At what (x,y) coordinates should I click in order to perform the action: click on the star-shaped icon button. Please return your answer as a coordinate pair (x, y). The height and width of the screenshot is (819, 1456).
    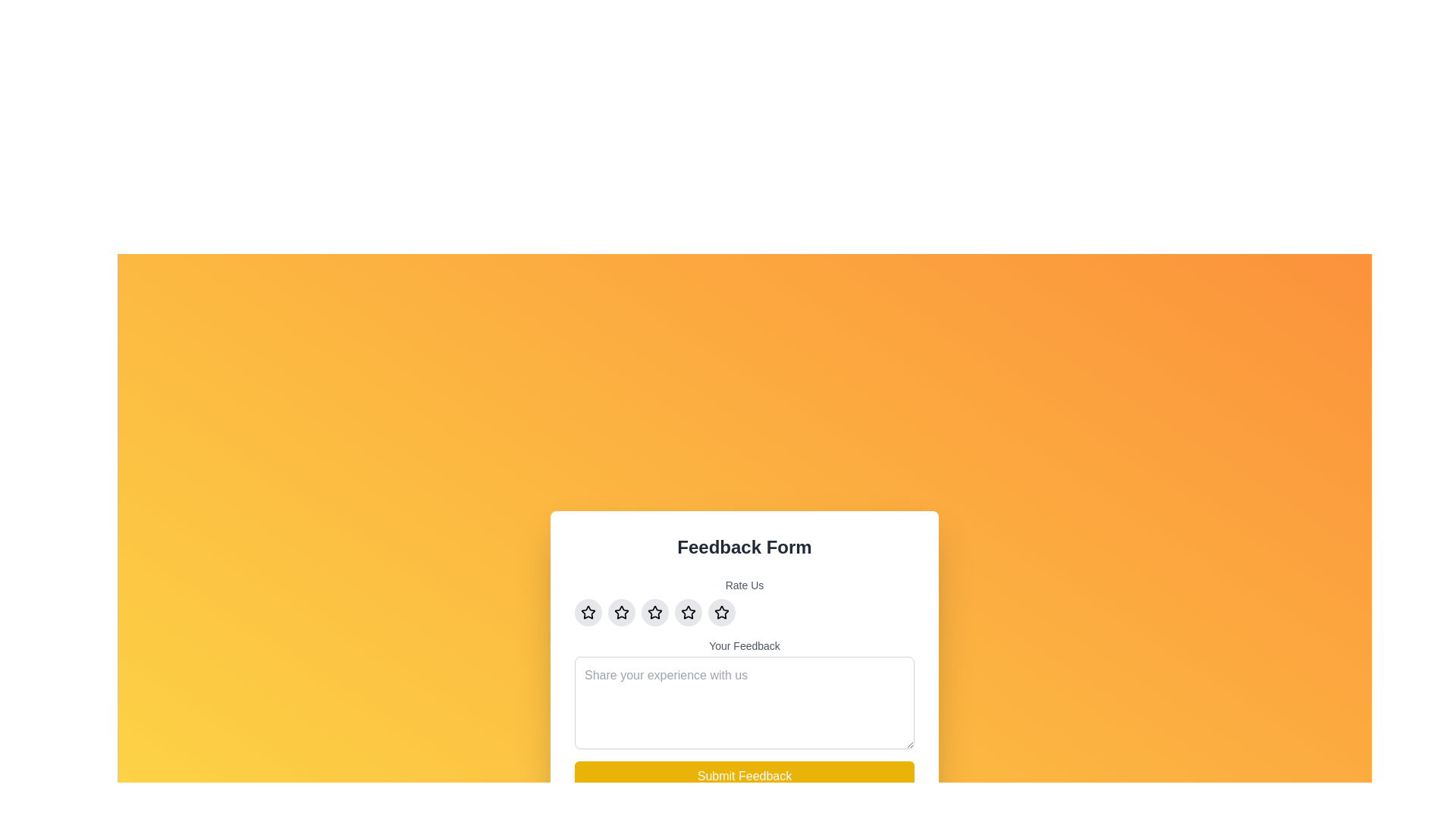
    Looking at the image, I should click on (687, 611).